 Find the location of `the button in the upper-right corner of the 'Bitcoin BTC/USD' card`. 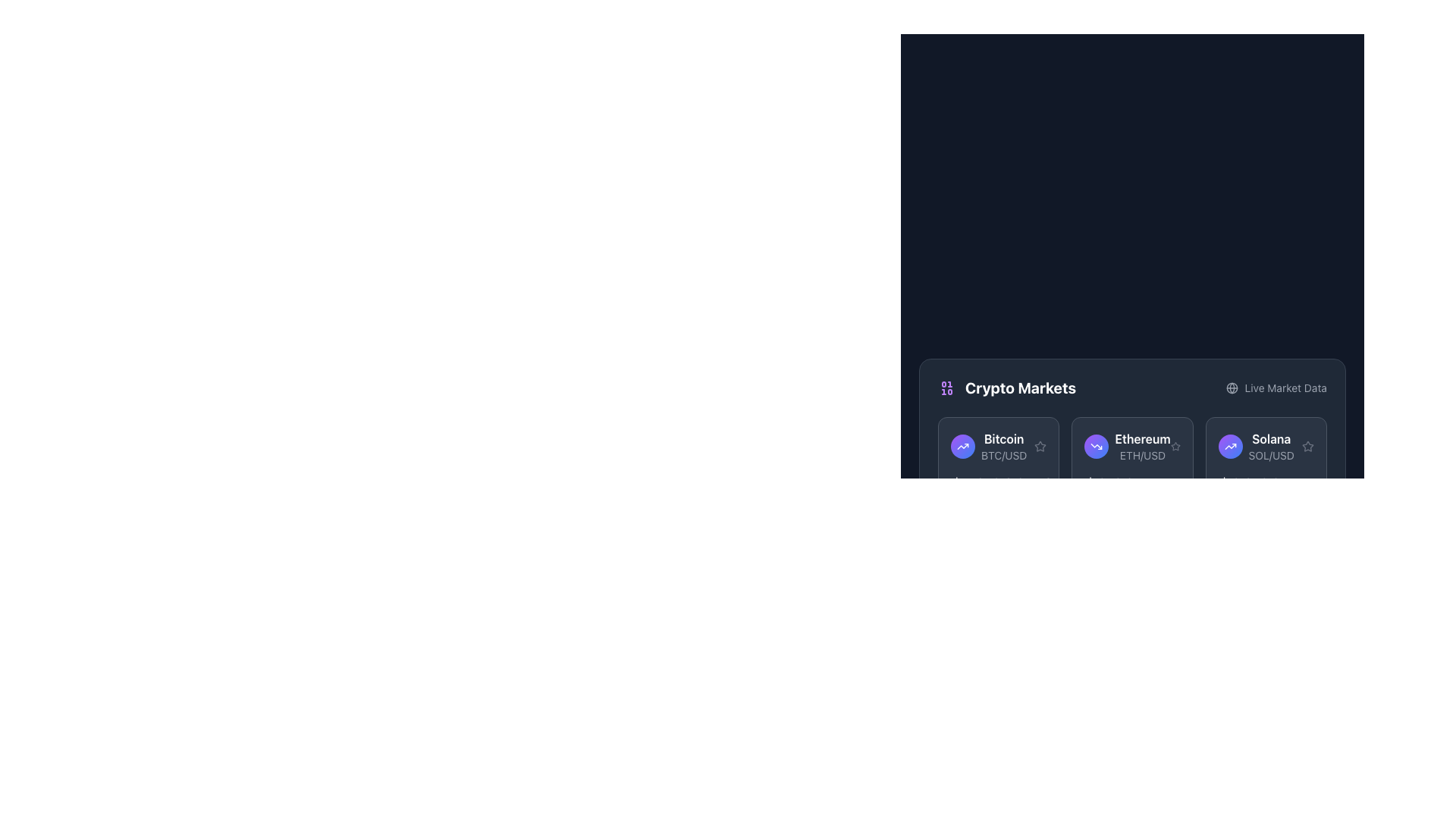

the button in the upper-right corner of the 'Bitcoin BTC/USD' card is located at coordinates (1040, 445).